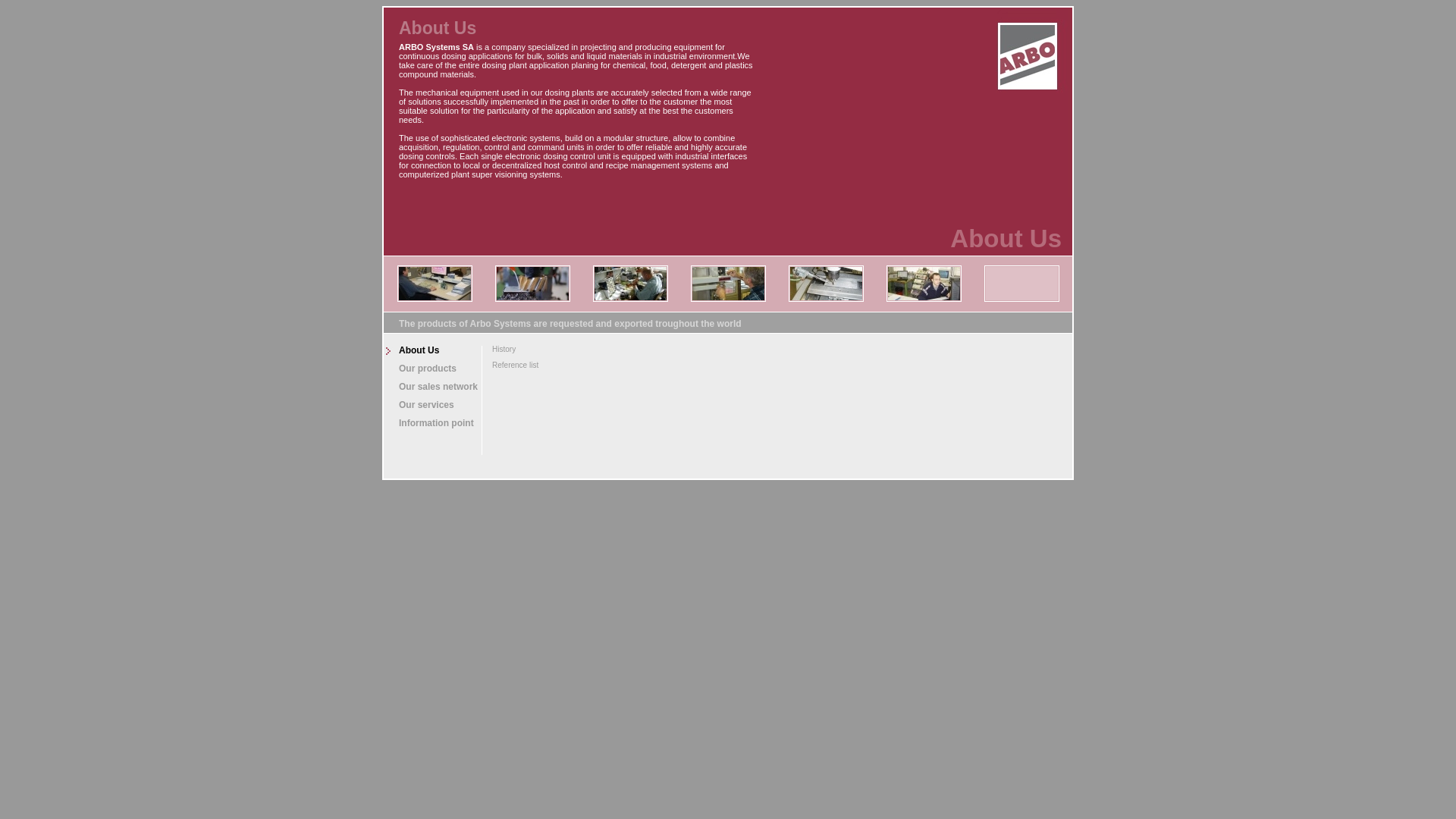  I want to click on 'Our sales network', so click(431, 385).